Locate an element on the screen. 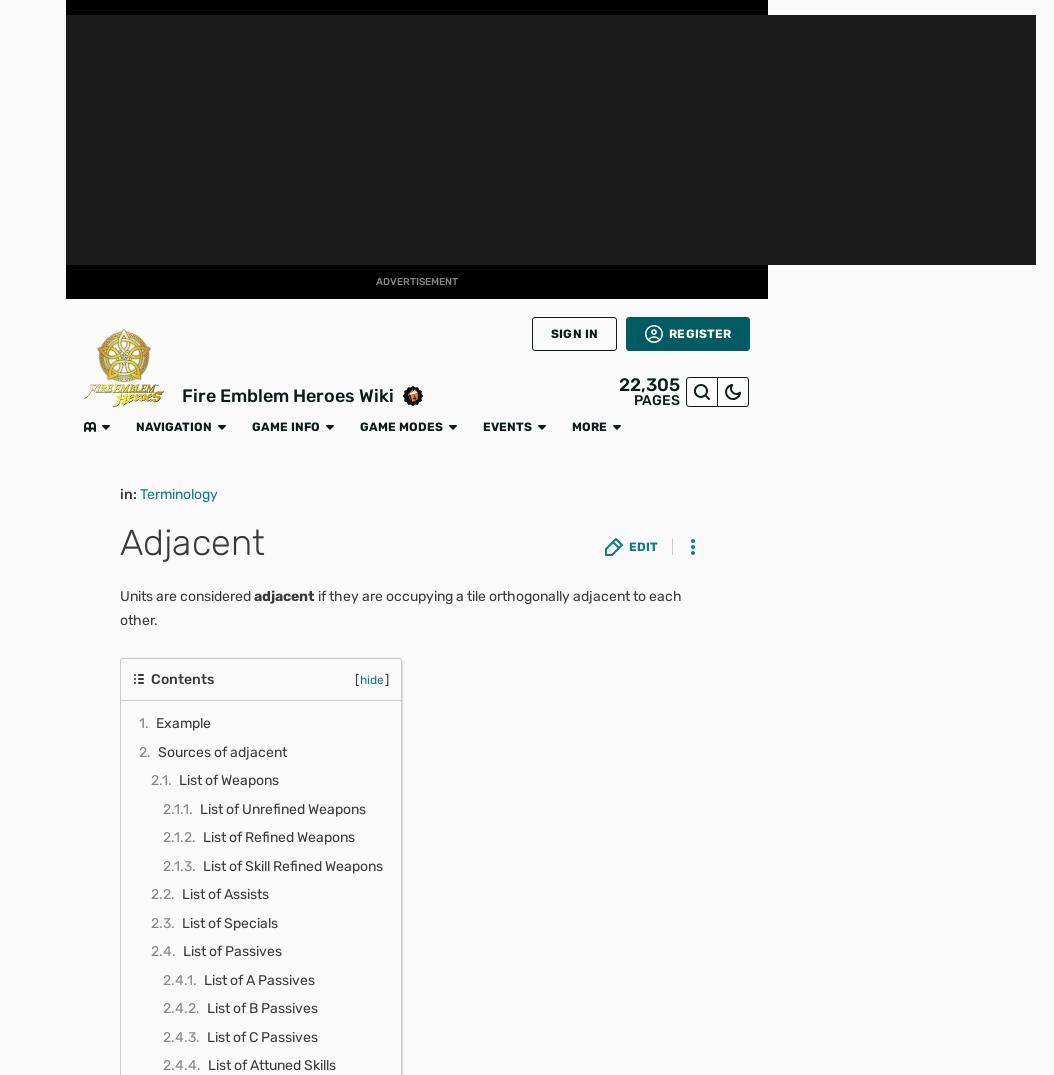 The image size is (1054, 1075). 'Anime' is located at coordinates (16, 357).